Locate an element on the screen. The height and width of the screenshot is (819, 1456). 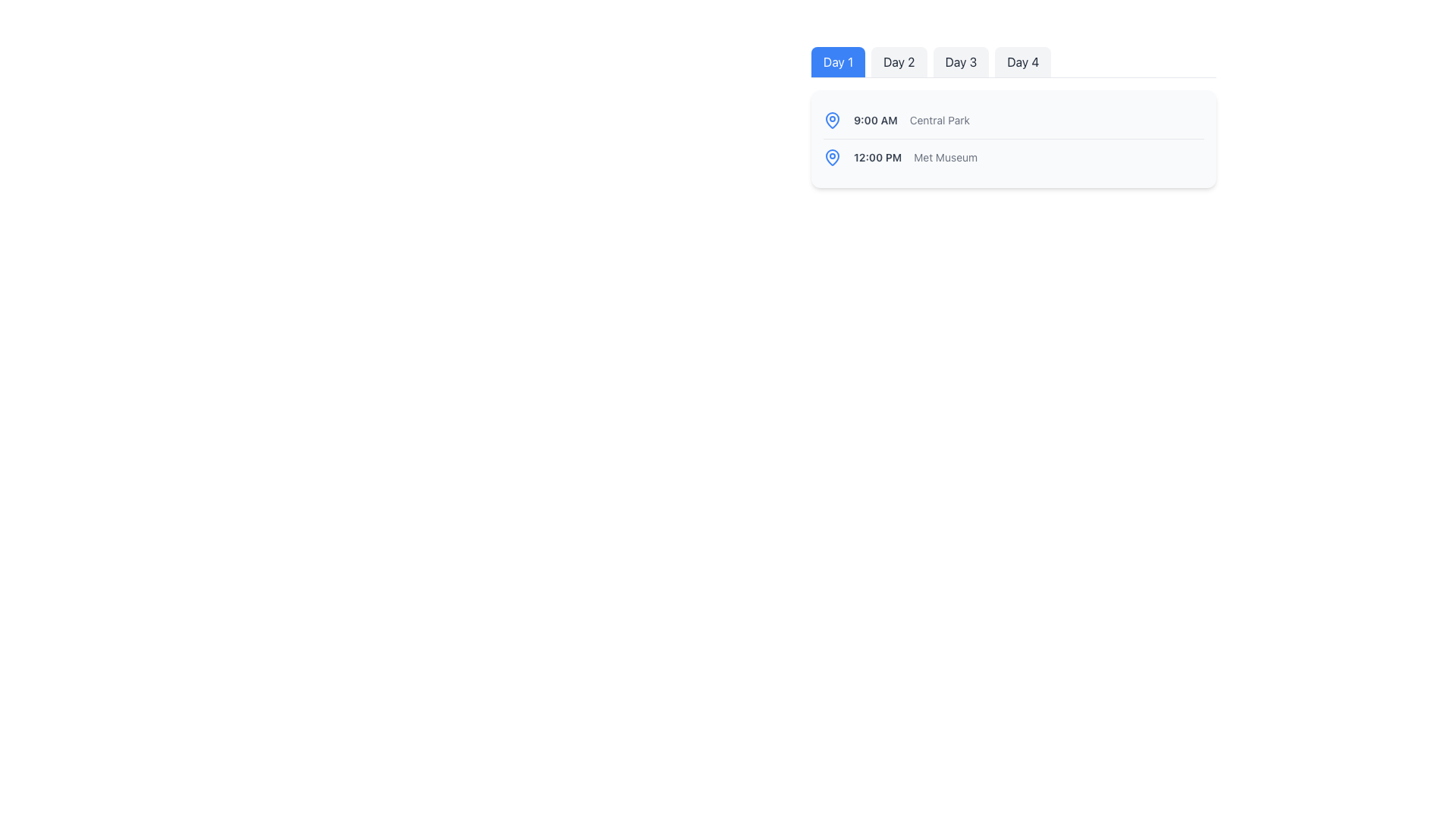
the appearance of the blue map pin icon located to the left of the text '9:00 AM Central Park' is located at coordinates (832, 119).